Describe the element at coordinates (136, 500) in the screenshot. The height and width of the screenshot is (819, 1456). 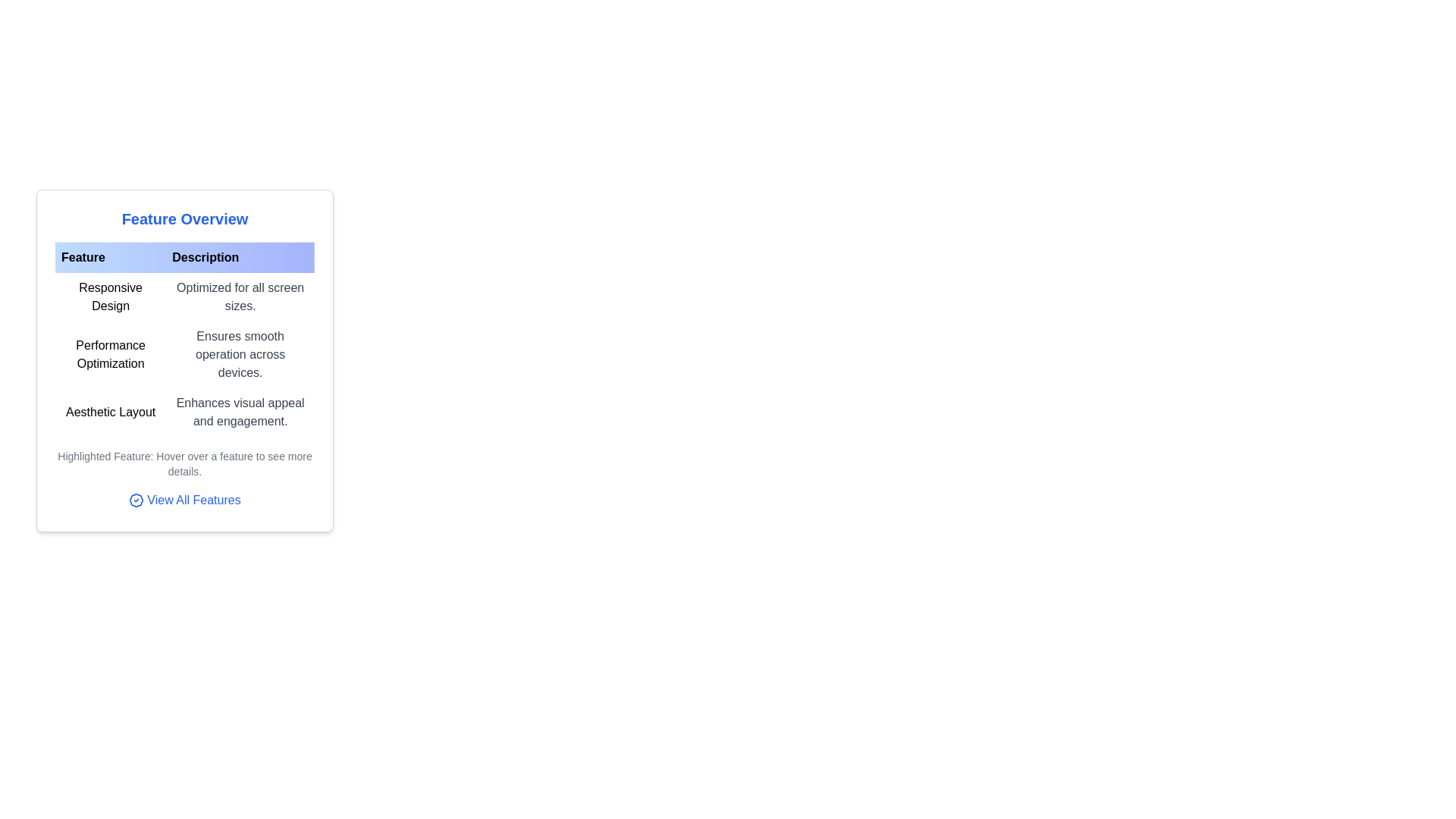
I see `the circular badge icon with a checkmark located to the left of the 'View All Features' text` at that location.